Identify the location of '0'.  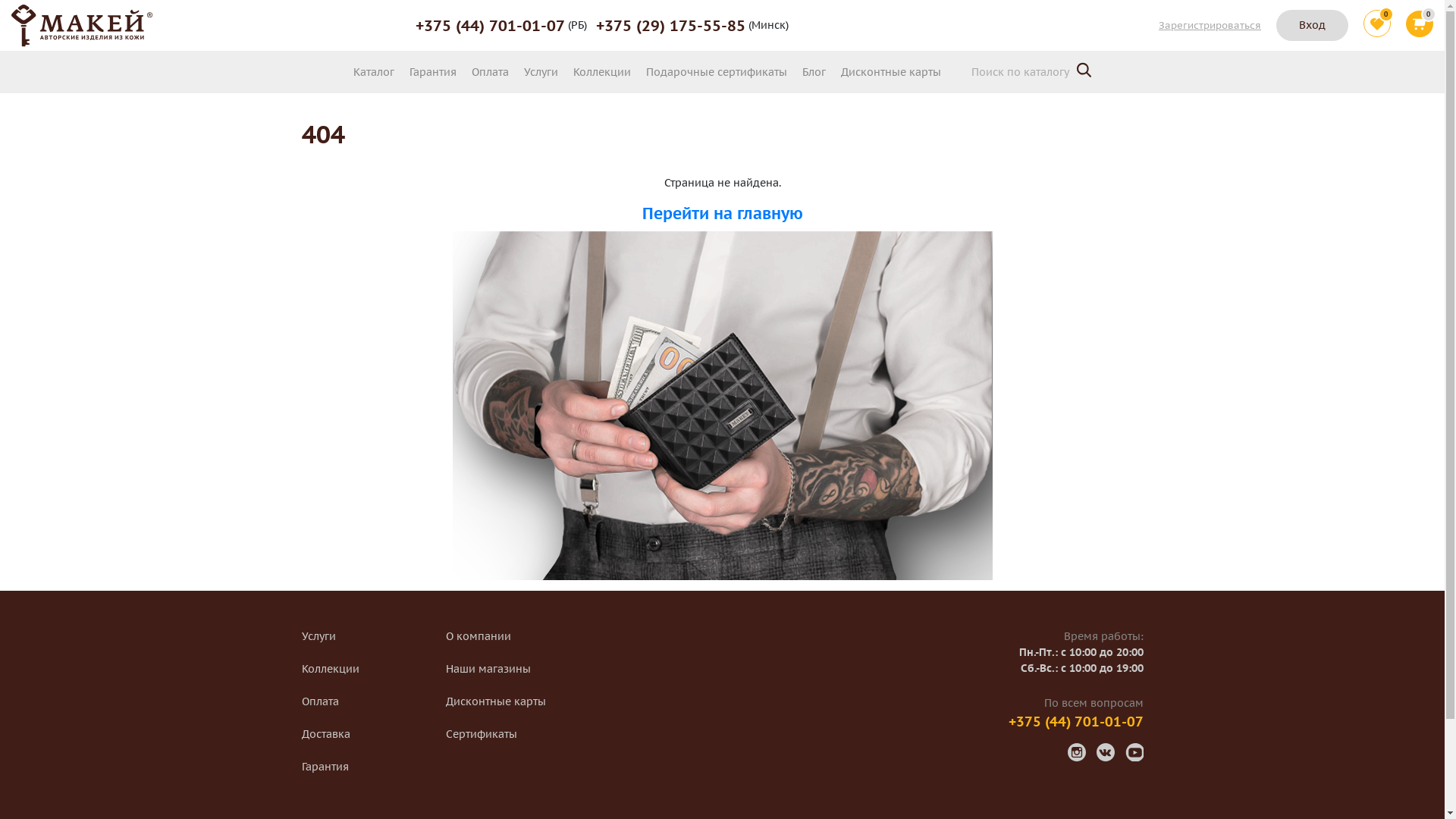
(1376, 25).